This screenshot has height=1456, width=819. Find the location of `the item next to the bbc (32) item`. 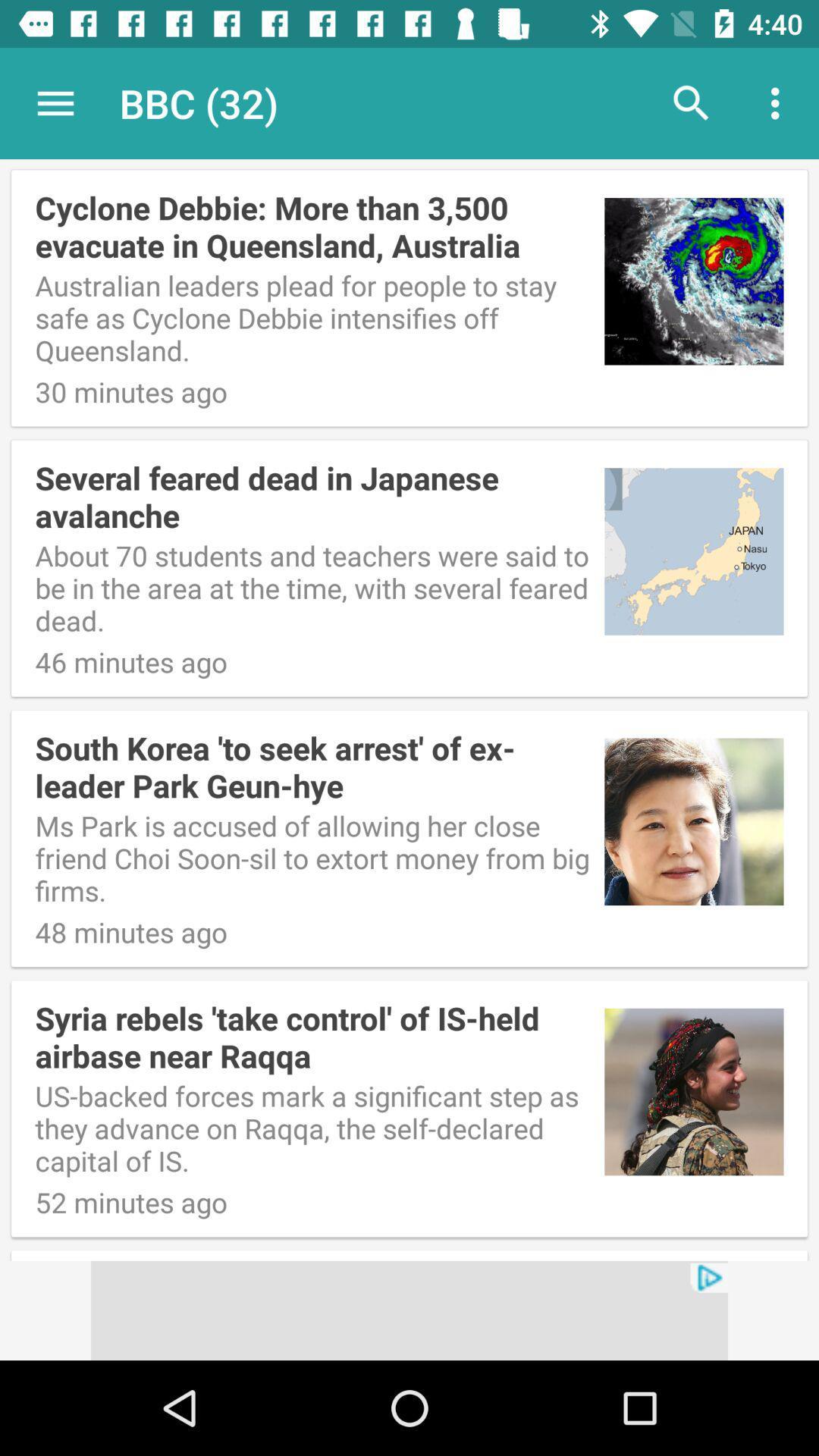

the item next to the bbc (32) item is located at coordinates (55, 102).